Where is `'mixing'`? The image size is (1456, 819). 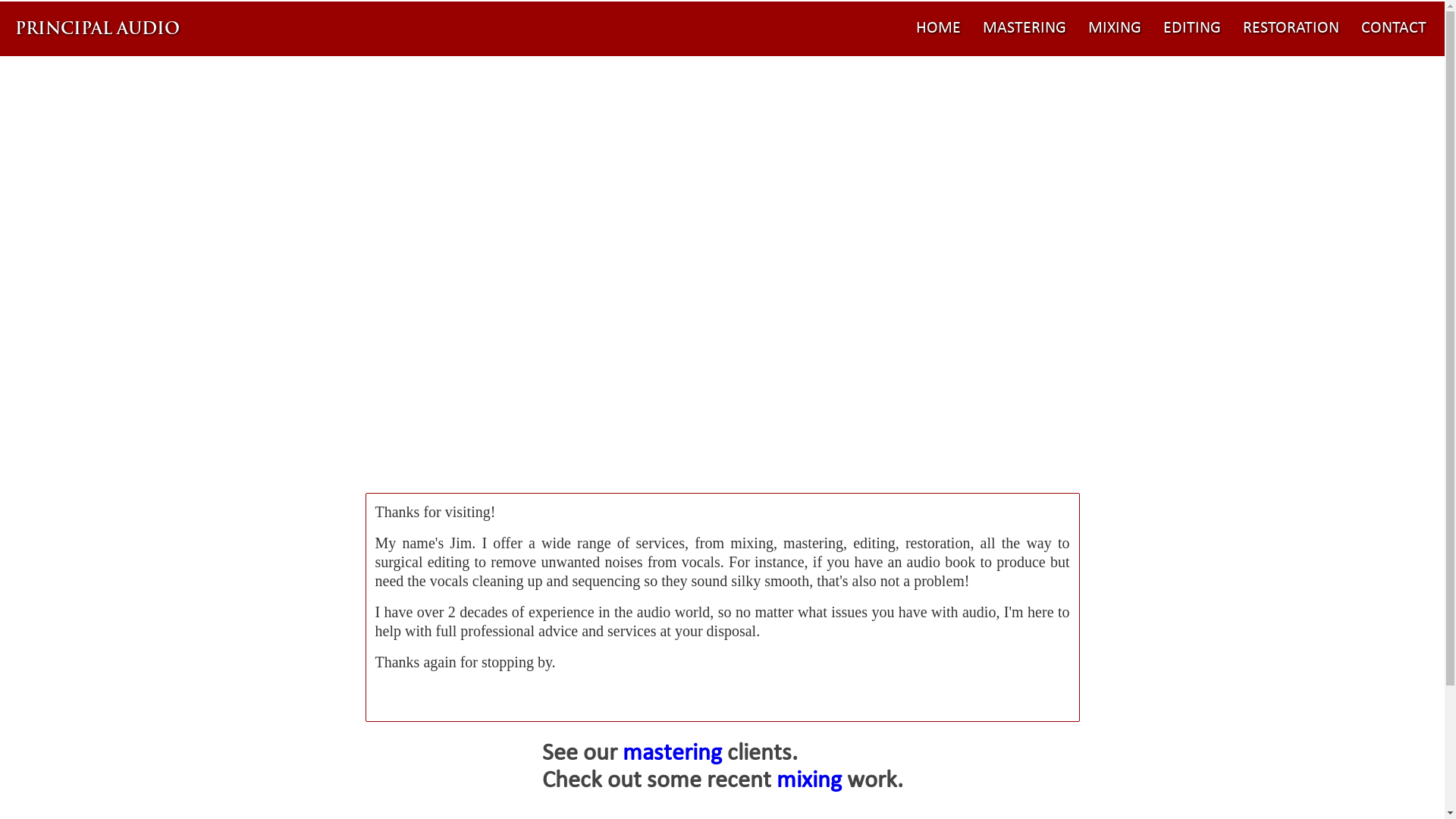
'mixing' is located at coordinates (808, 780).